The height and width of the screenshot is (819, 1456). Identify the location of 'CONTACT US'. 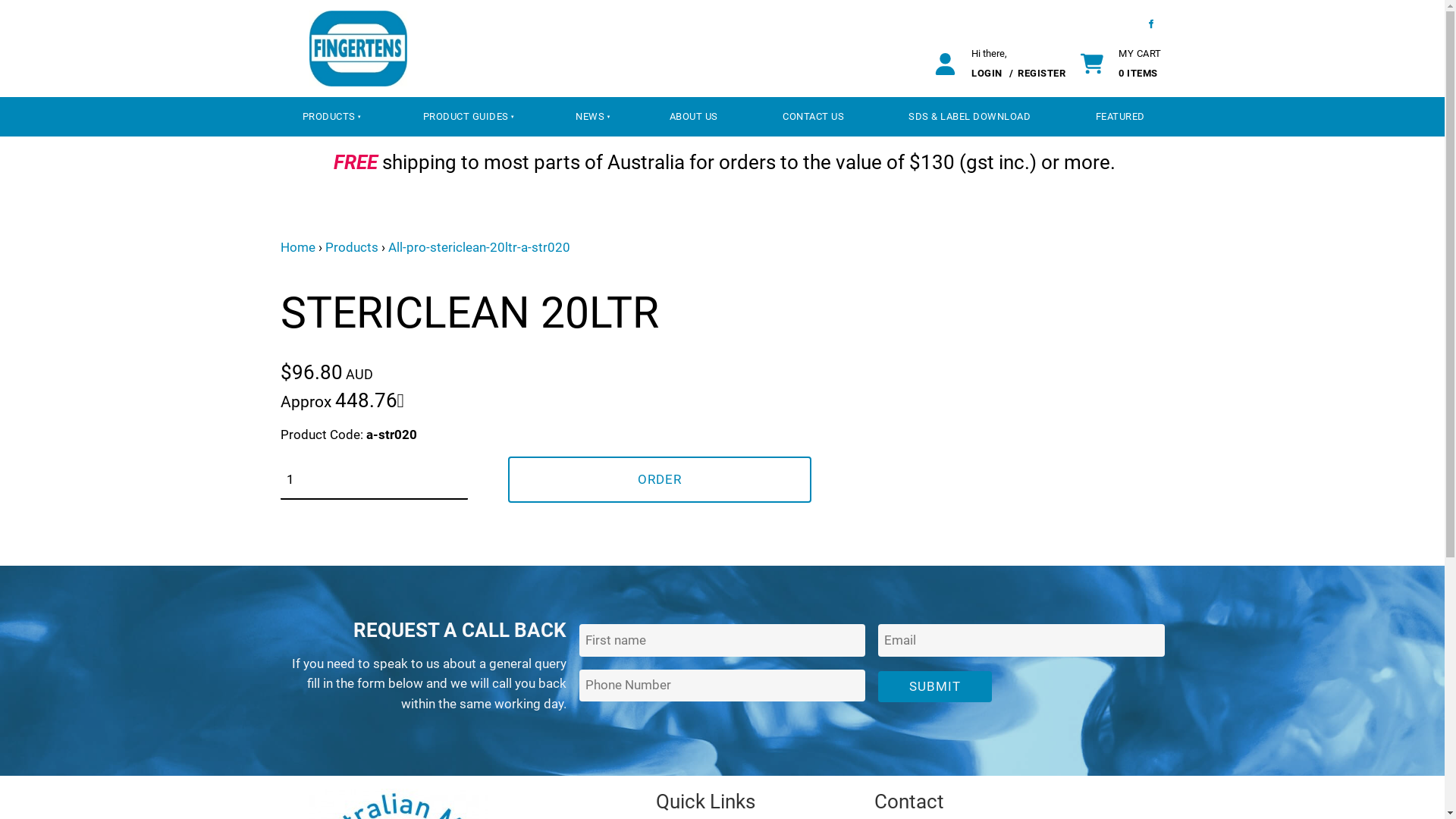
(749, 116).